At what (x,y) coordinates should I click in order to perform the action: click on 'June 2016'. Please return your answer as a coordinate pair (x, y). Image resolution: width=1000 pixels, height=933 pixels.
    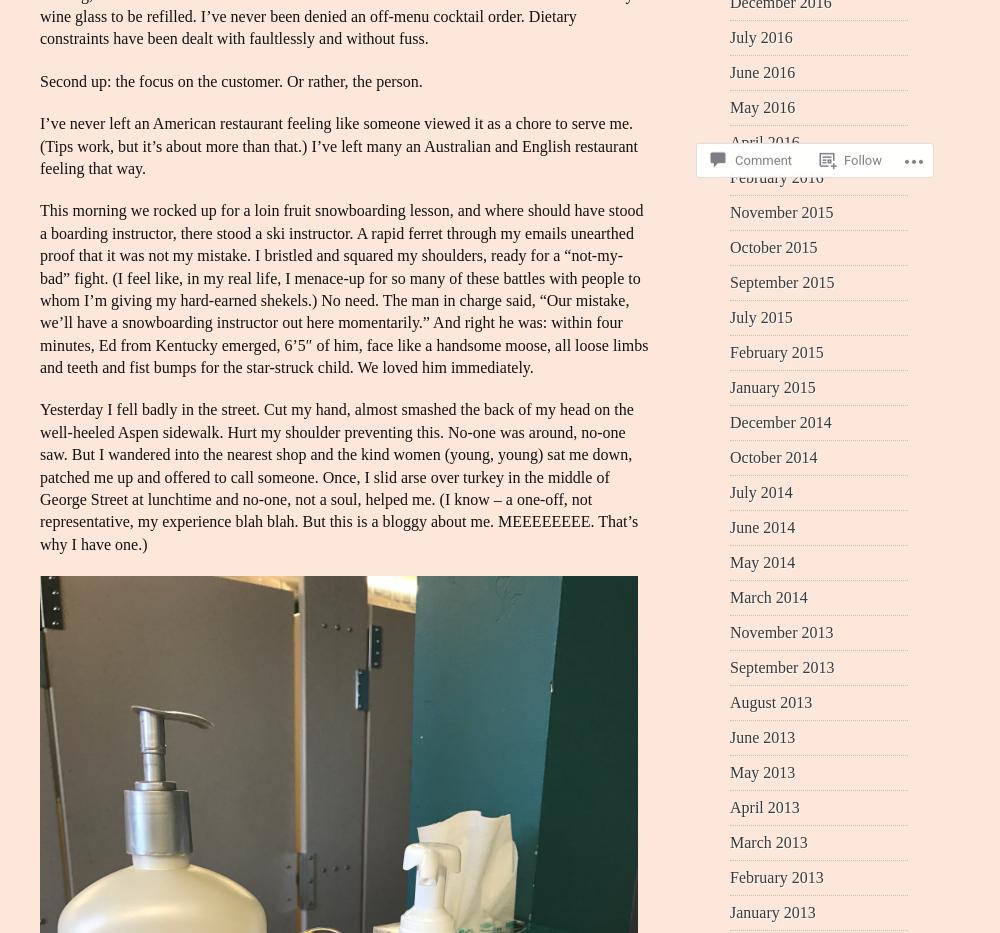
    Looking at the image, I should click on (729, 71).